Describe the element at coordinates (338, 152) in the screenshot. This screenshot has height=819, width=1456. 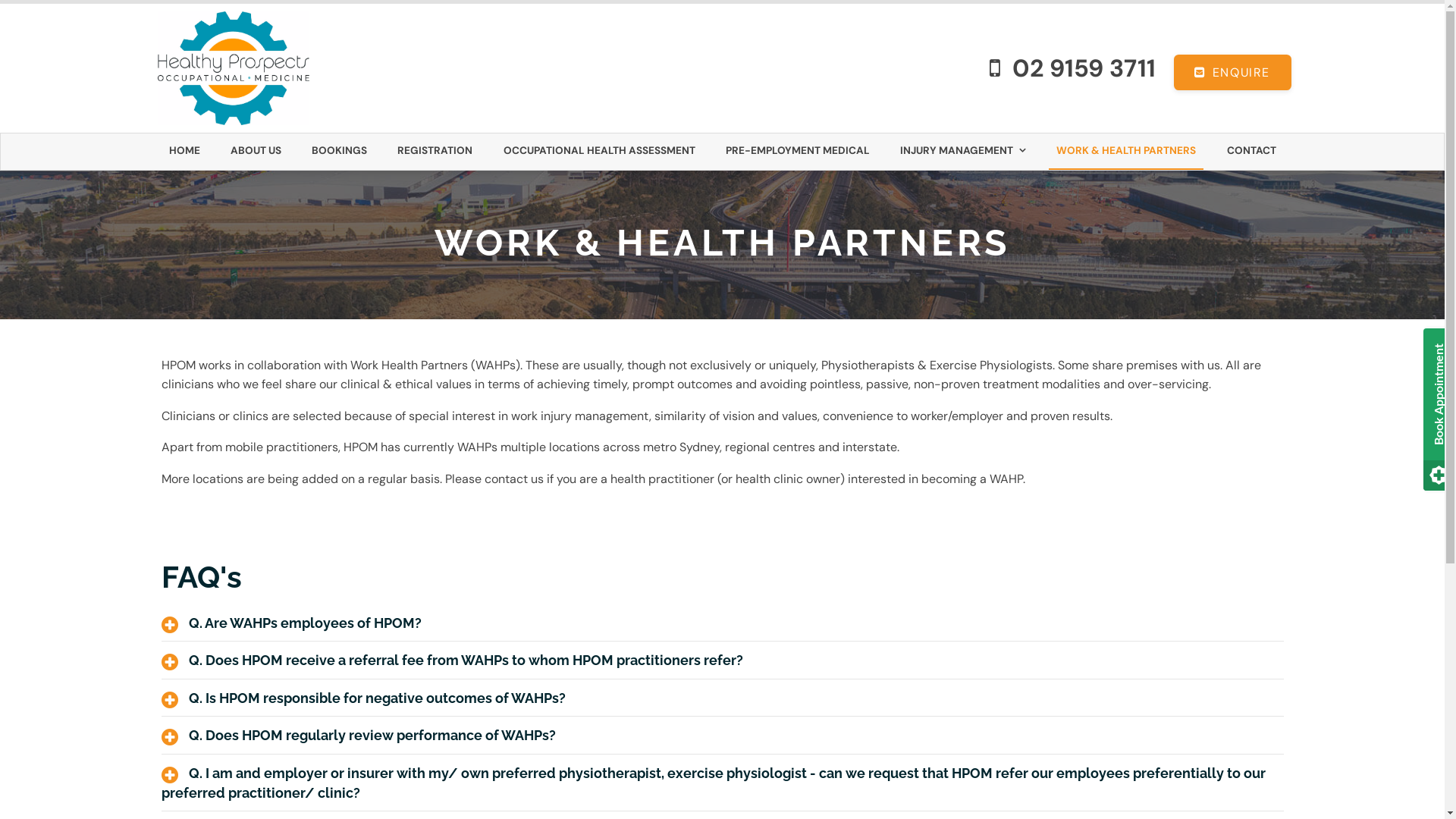
I see `'BOOKINGS'` at that location.